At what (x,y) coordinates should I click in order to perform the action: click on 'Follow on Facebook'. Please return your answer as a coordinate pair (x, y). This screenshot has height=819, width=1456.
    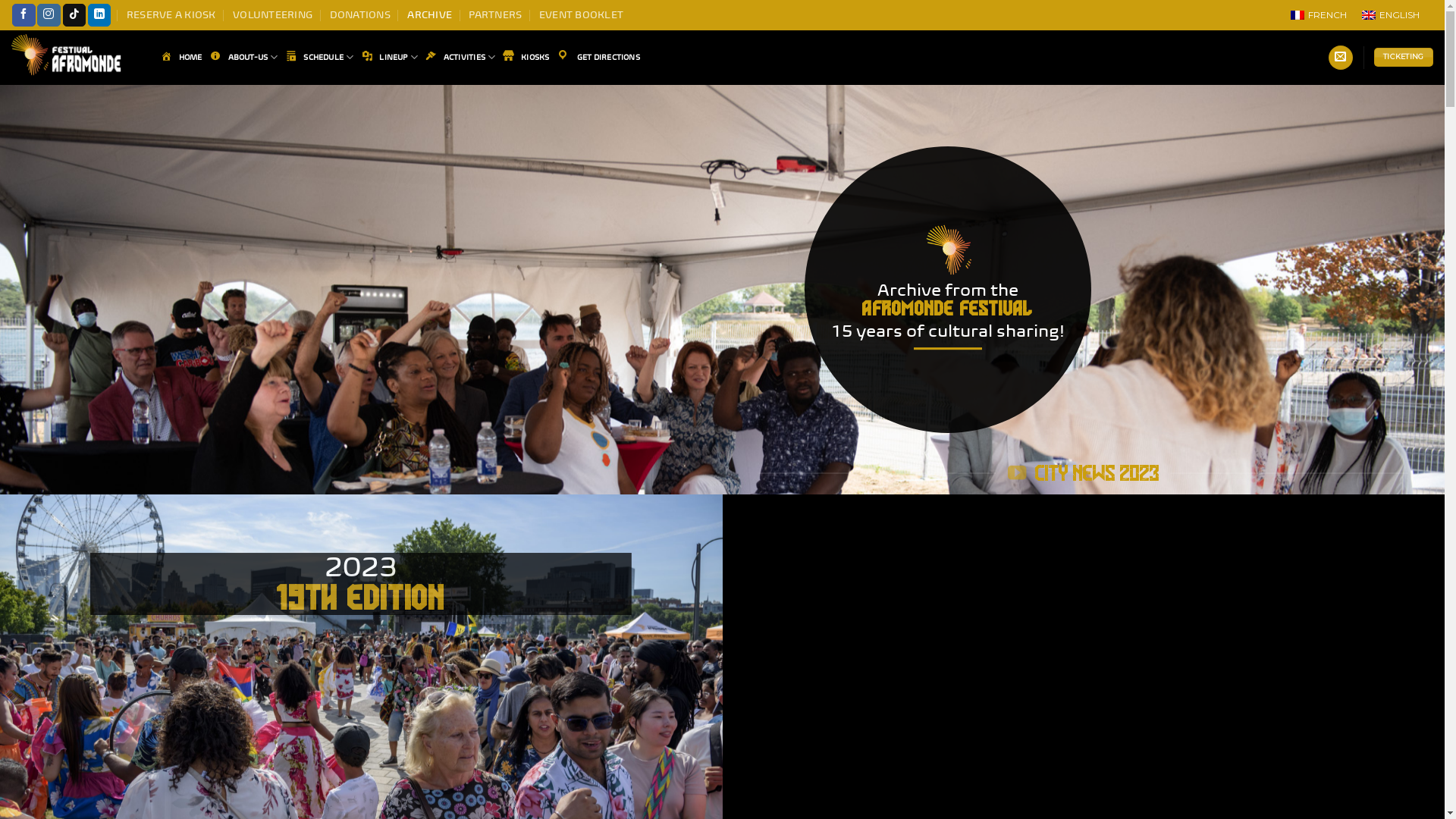
    Looking at the image, I should click on (23, 14).